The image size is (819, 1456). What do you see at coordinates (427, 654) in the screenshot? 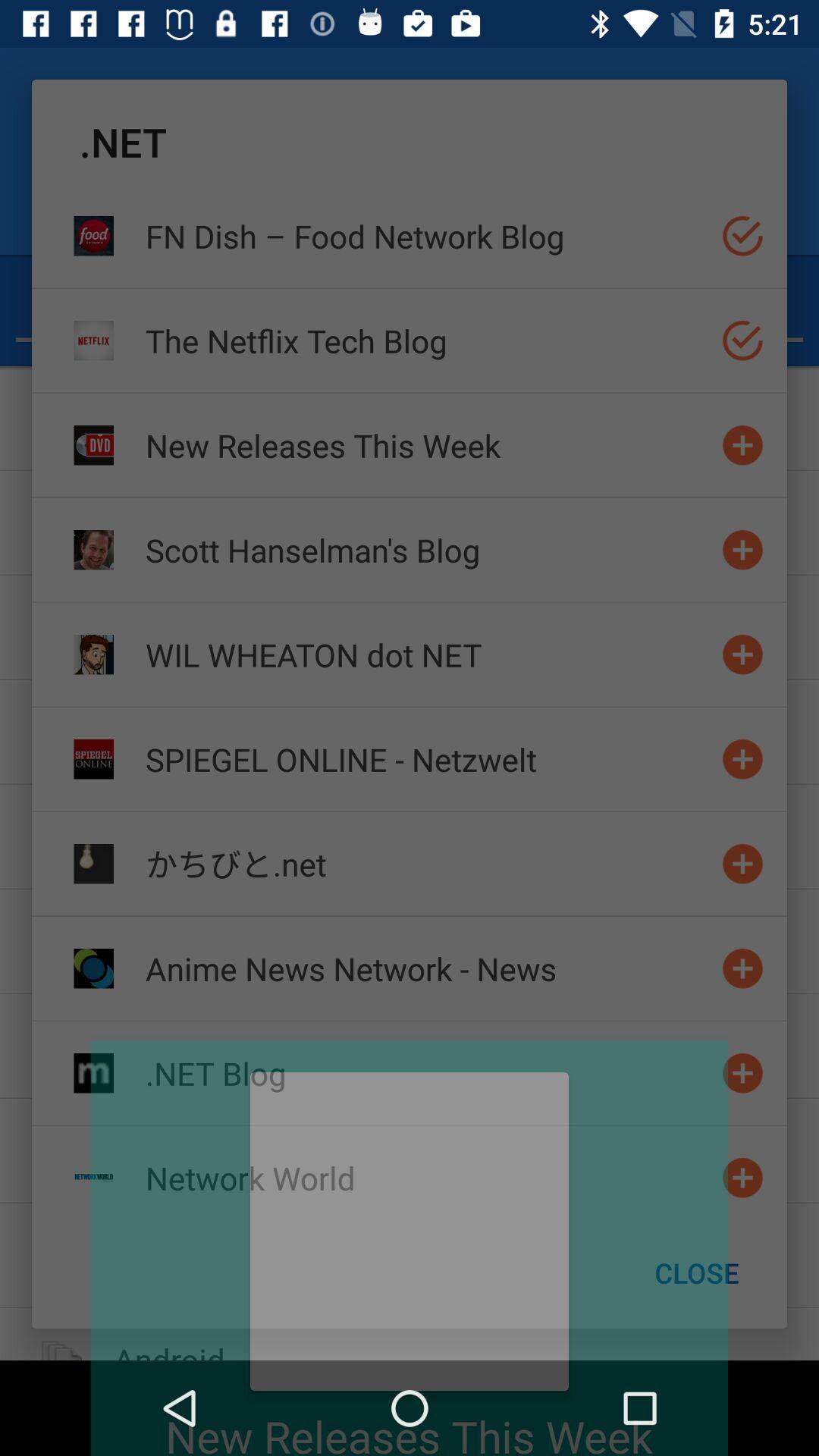
I see `item below the scott hanselman s` at bounding box center [427, 654].